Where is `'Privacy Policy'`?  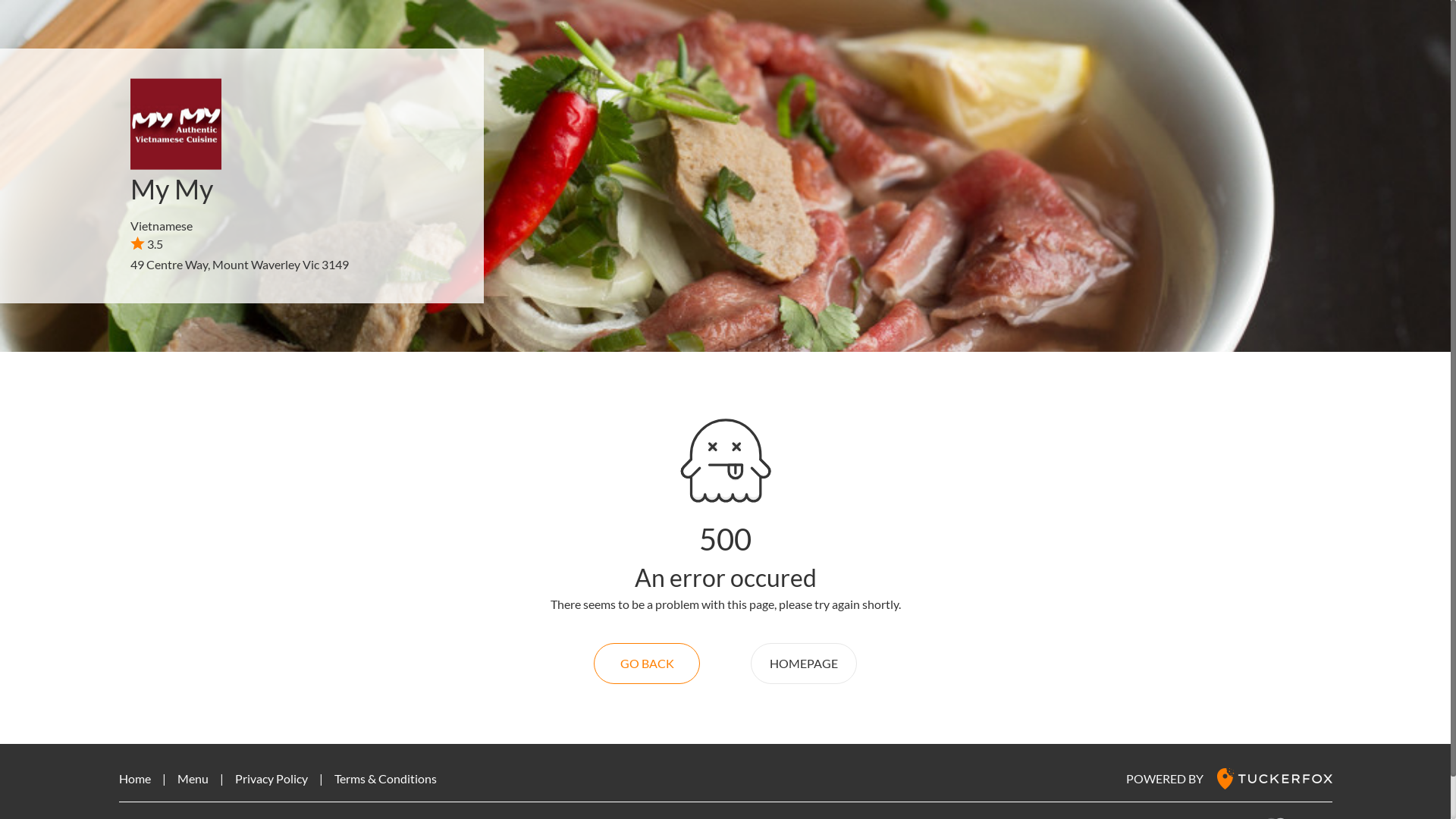
'Privacy Policy' is located at coordinates (271, 778).